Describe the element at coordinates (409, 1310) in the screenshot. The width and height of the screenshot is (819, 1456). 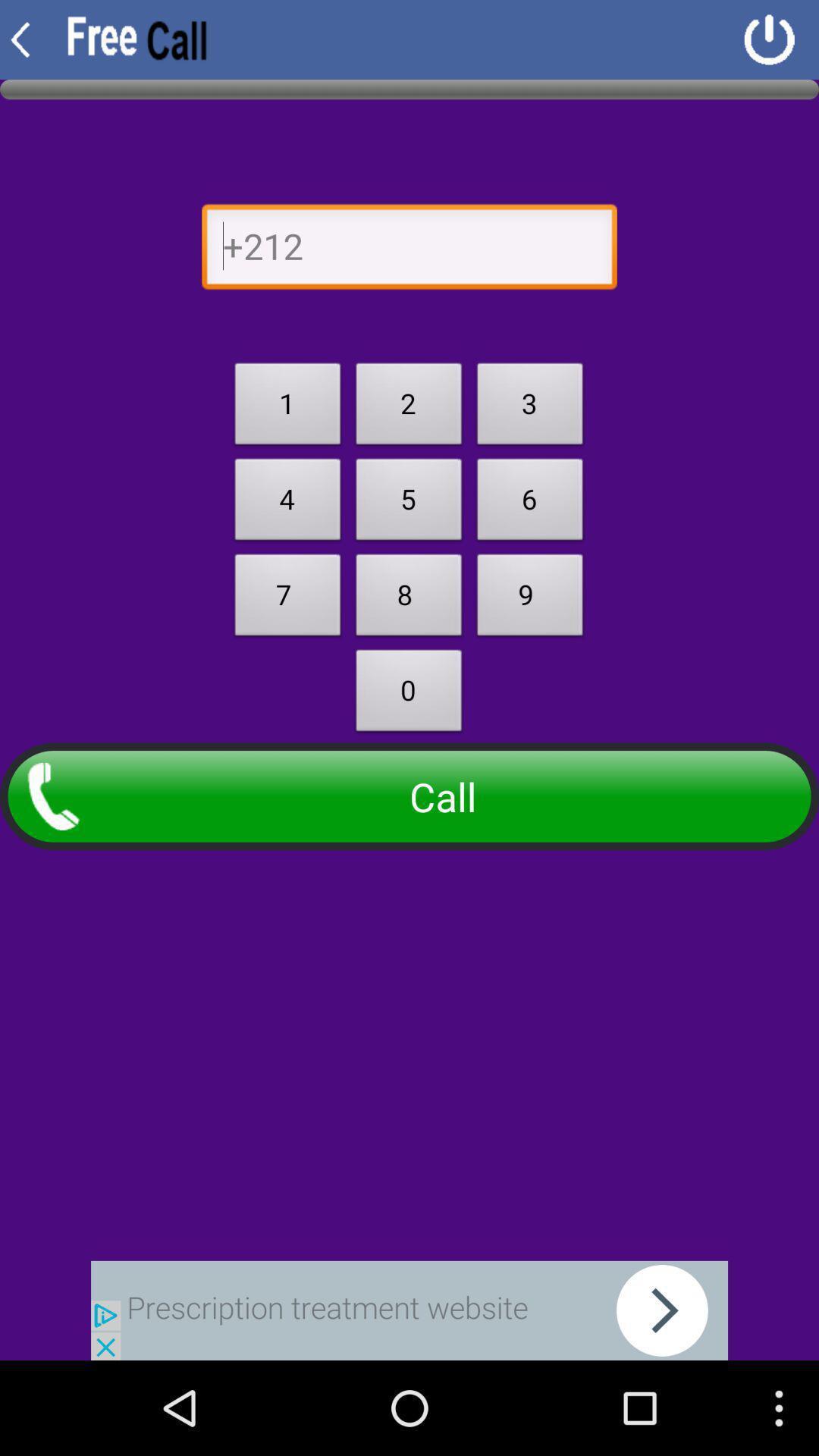
I see `back` at that location.